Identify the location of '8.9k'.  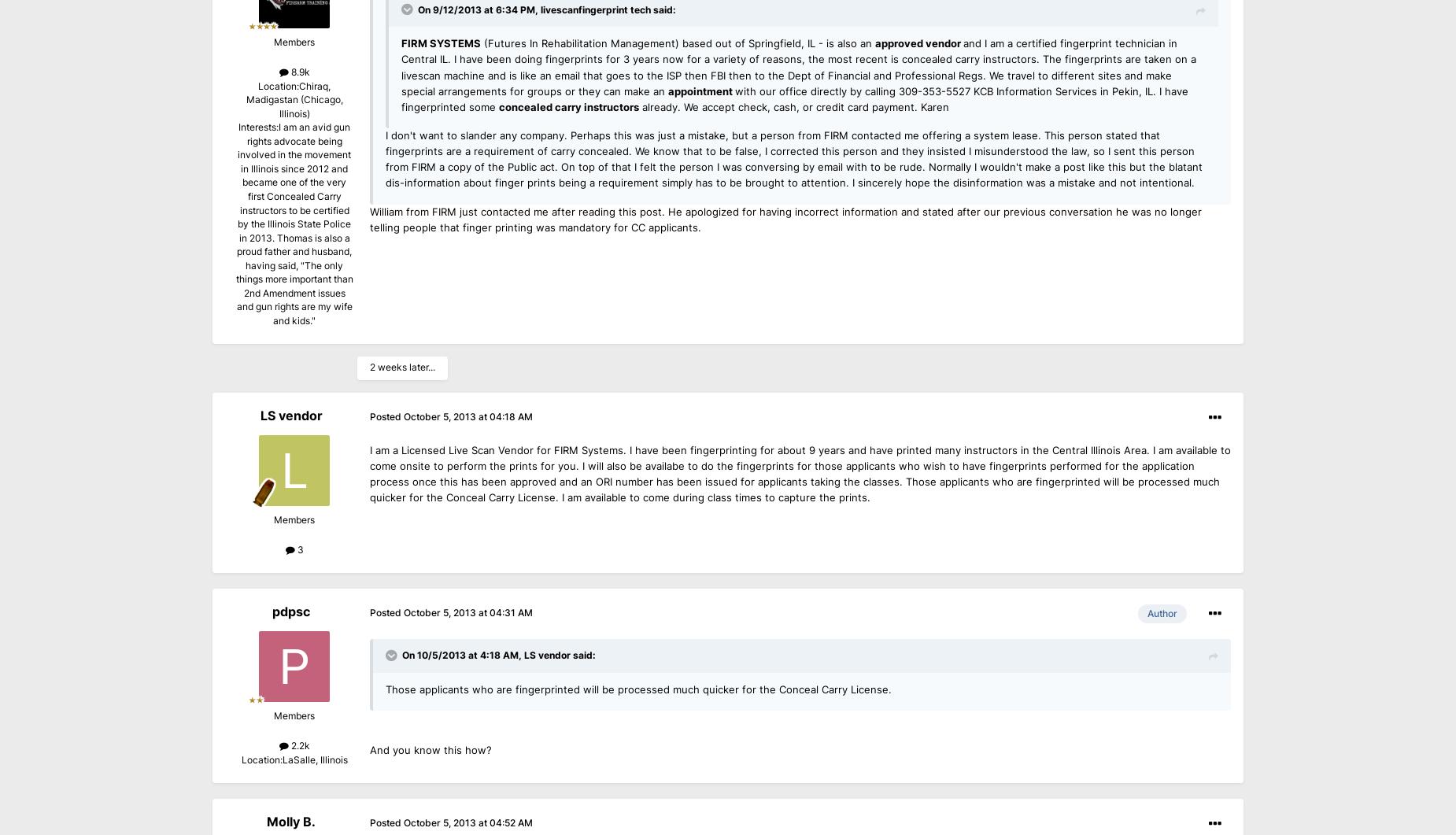
(297, 72).